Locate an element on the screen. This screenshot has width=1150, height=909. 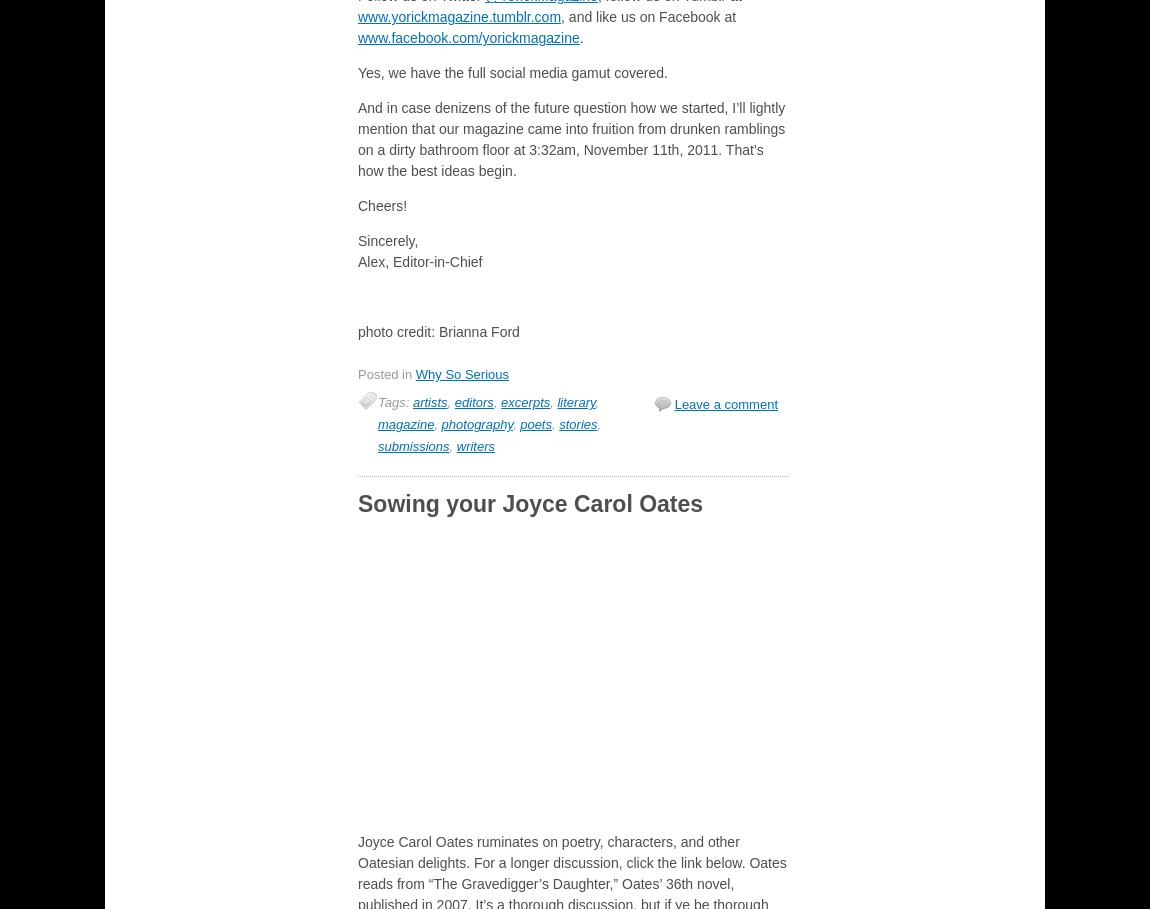
'Sincerely,' is located at coordinates (357, 239).